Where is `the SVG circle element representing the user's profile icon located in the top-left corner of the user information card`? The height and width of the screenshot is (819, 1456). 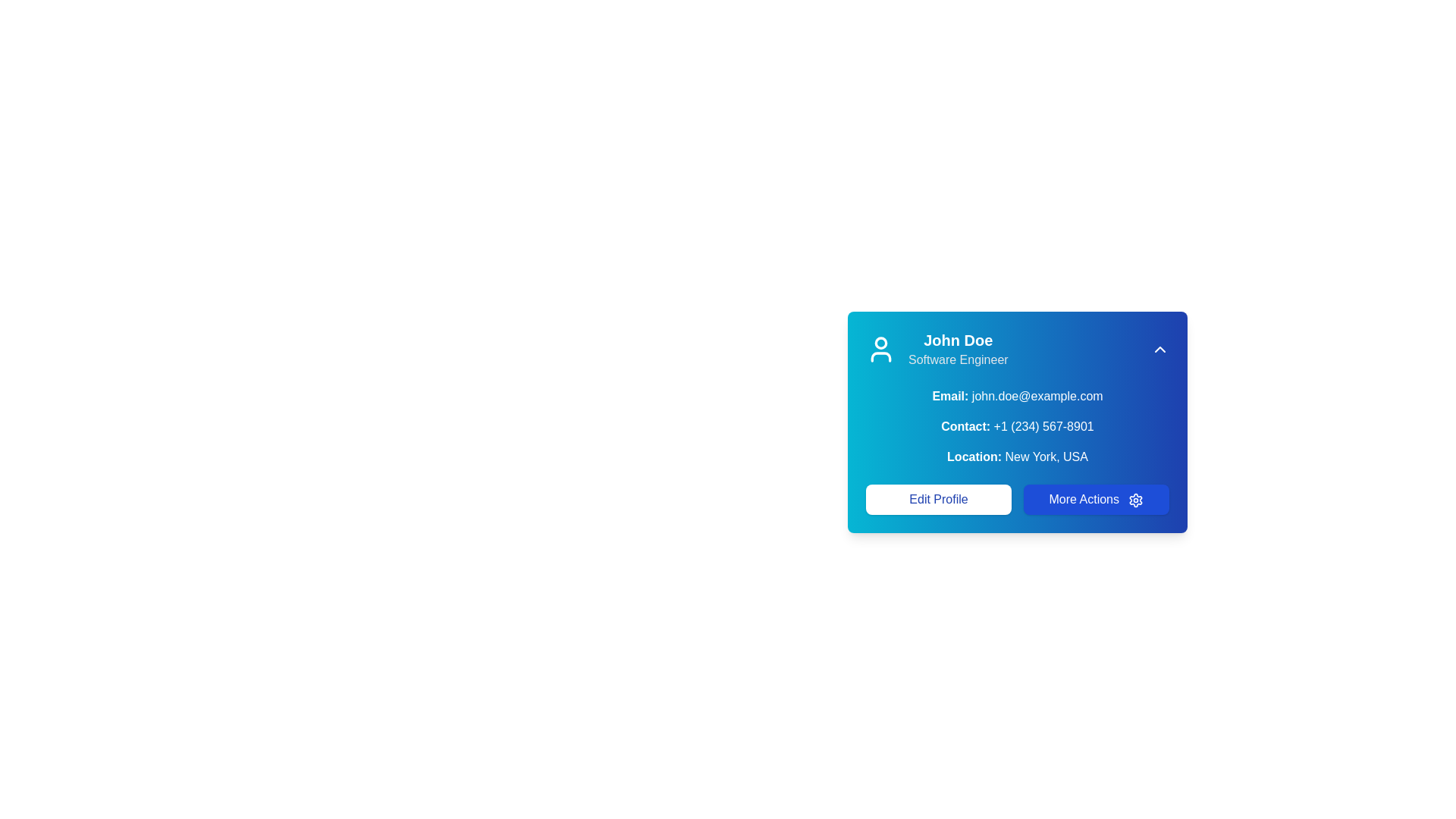 the SVG circle element representing the user's profile icon located in the top-left corner of the user information card is located at coordinates (880, 342).